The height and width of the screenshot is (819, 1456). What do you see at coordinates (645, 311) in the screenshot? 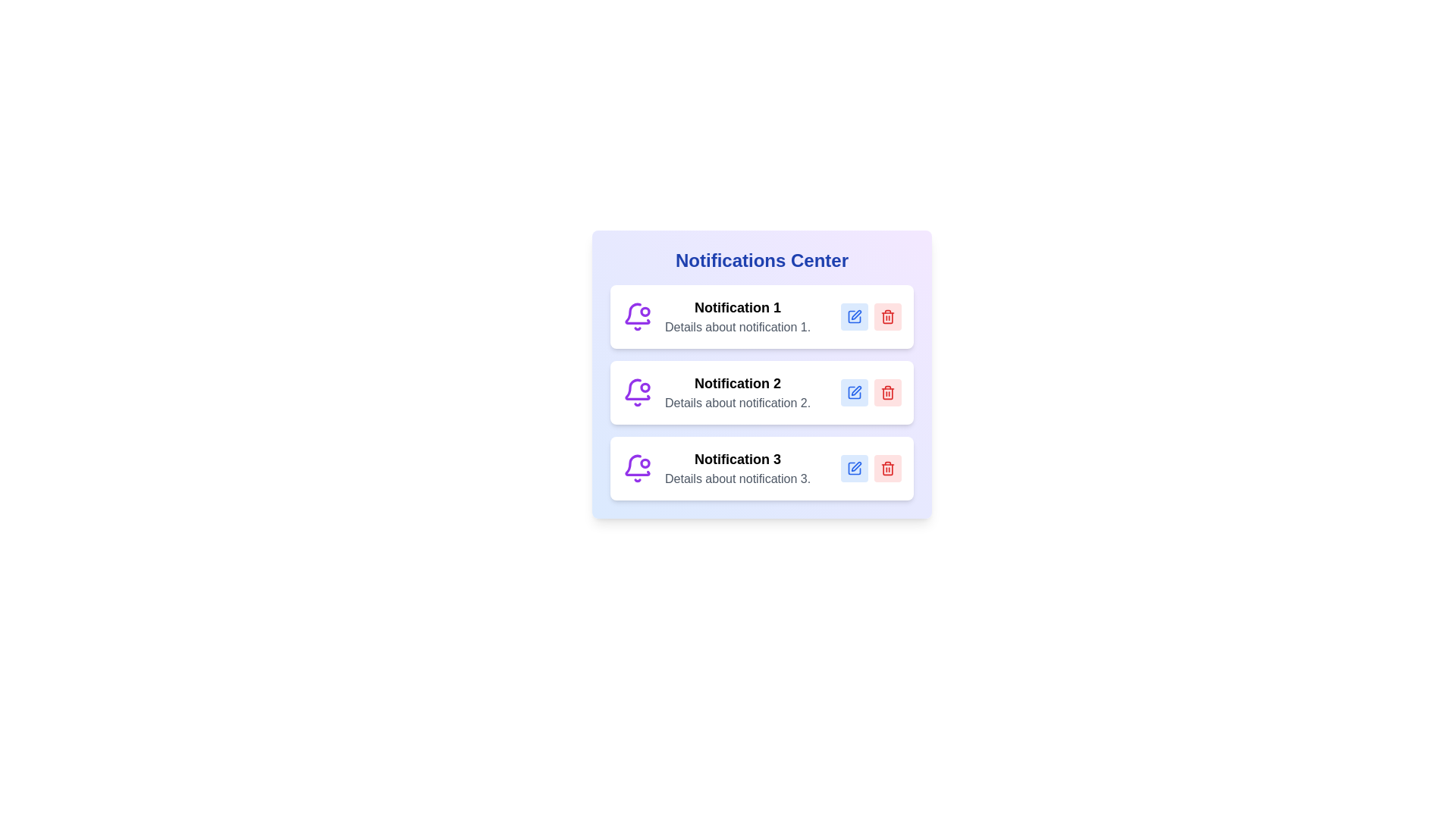
I see `the circular decorative dot that serves as a notification indicator, located on the top-right quadrant of the bell icon in the 'Notification 1' layout row` at bounding box center [645, 311].